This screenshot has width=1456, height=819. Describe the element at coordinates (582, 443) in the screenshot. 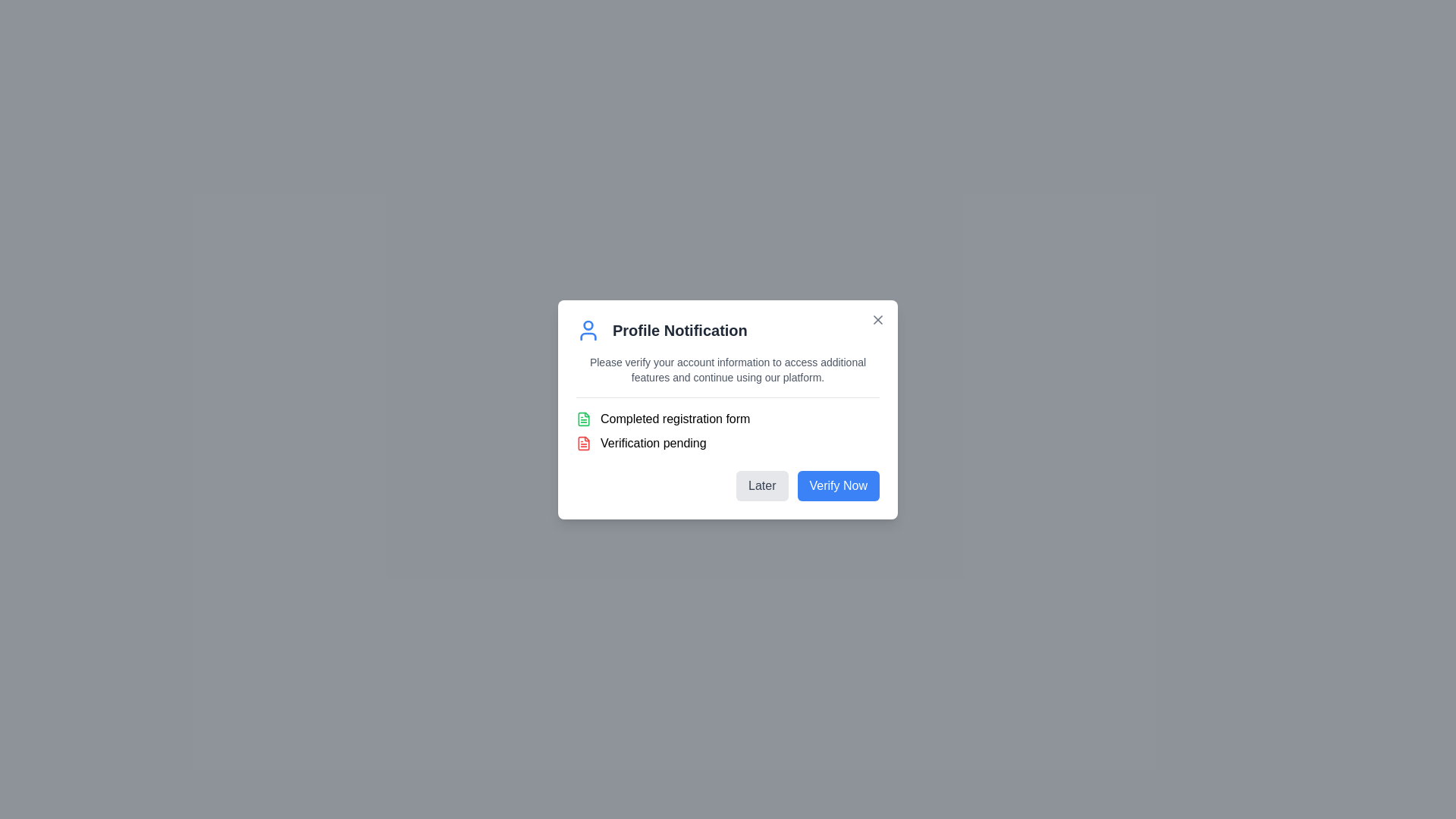

I see `the red document glyph icon indicating 'Verification pending' status within the 'Profile Notification' dialog box` at that location.